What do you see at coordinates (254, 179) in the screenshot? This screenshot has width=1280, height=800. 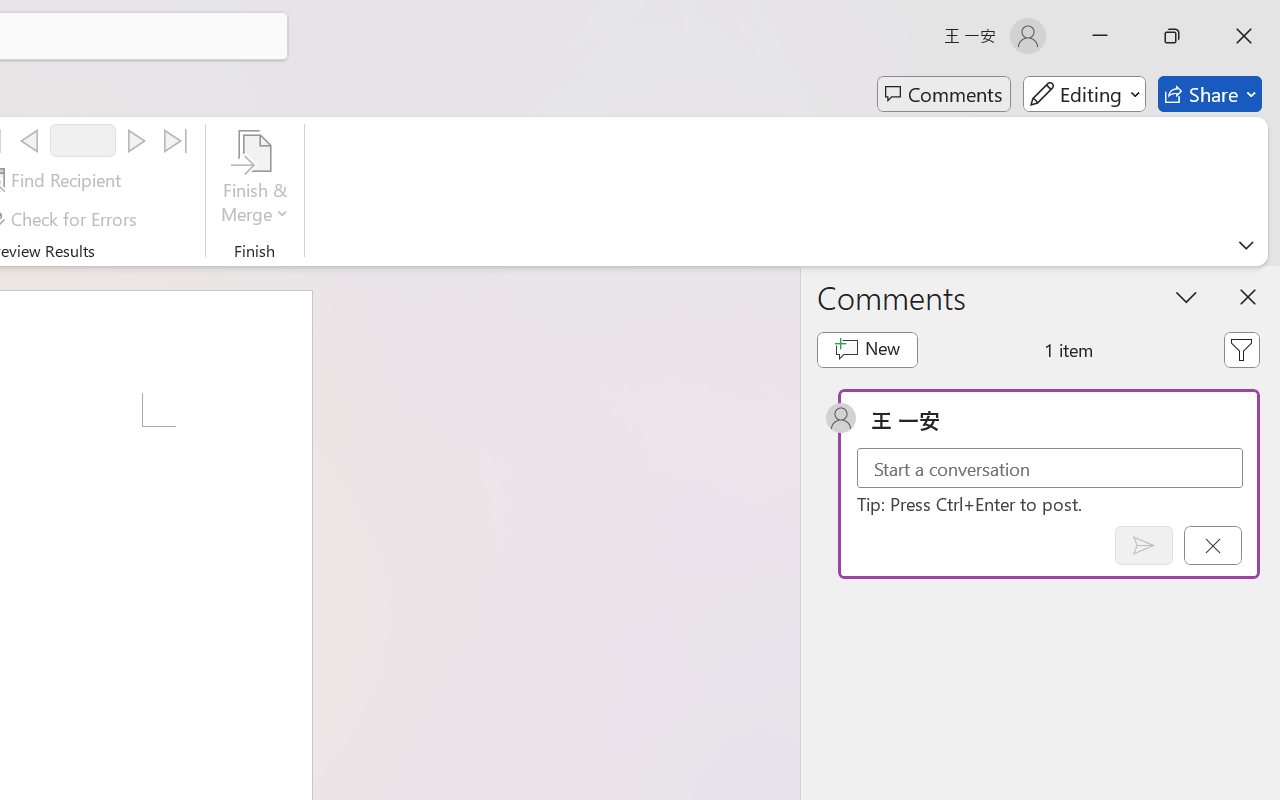 I see `'Finish & Merge'` at bounding box center [254, 179].